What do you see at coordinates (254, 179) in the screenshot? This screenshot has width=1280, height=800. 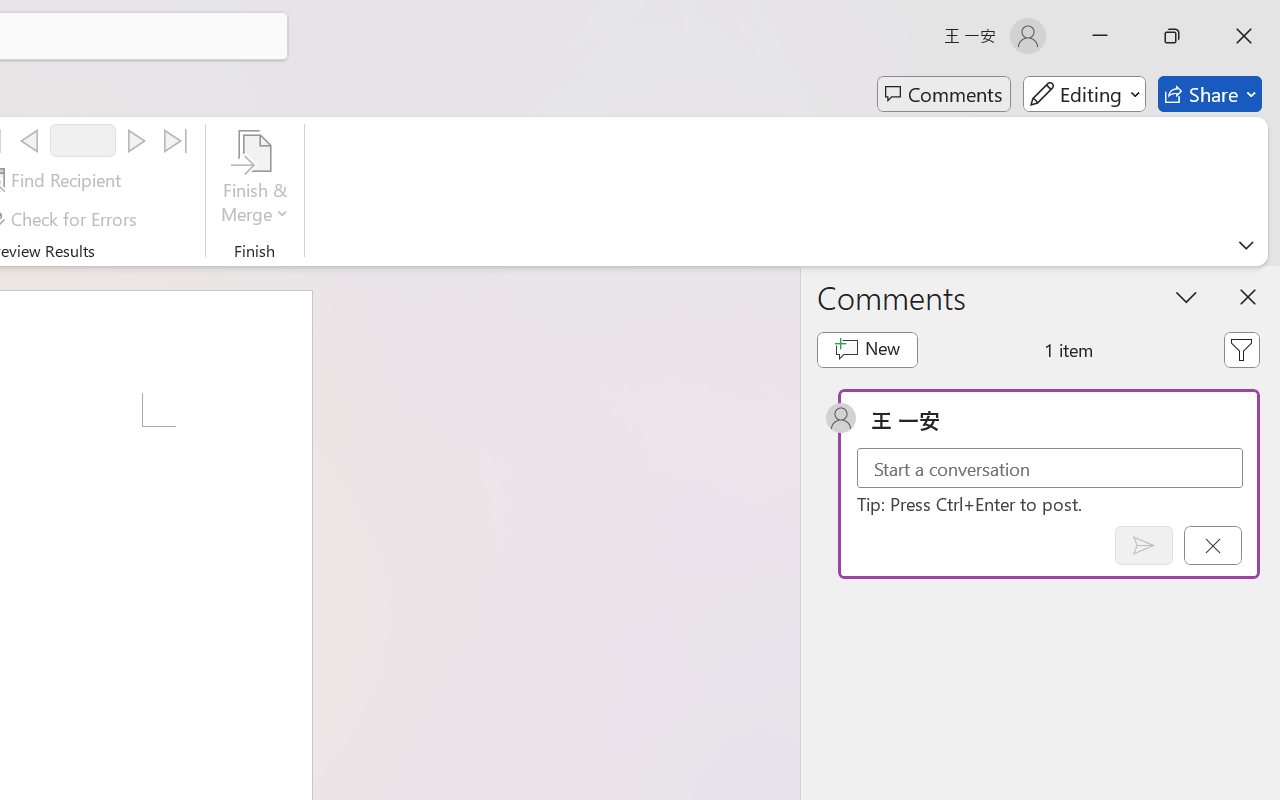 I see `'Finish & Merge'` at bounding box center [254, 179].